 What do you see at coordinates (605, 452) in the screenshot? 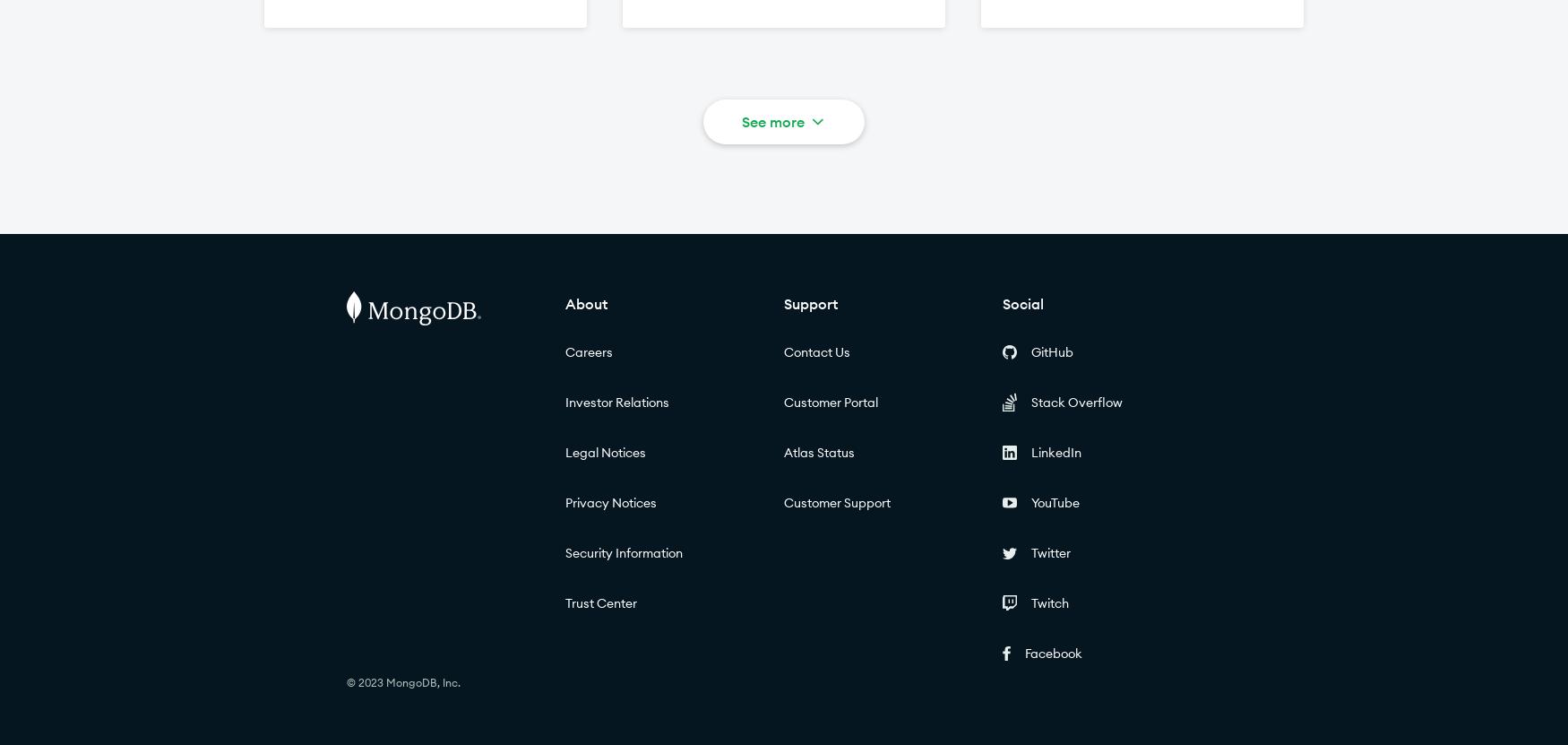
I see `'Legal Notices'` at bounding box center [605, 452].